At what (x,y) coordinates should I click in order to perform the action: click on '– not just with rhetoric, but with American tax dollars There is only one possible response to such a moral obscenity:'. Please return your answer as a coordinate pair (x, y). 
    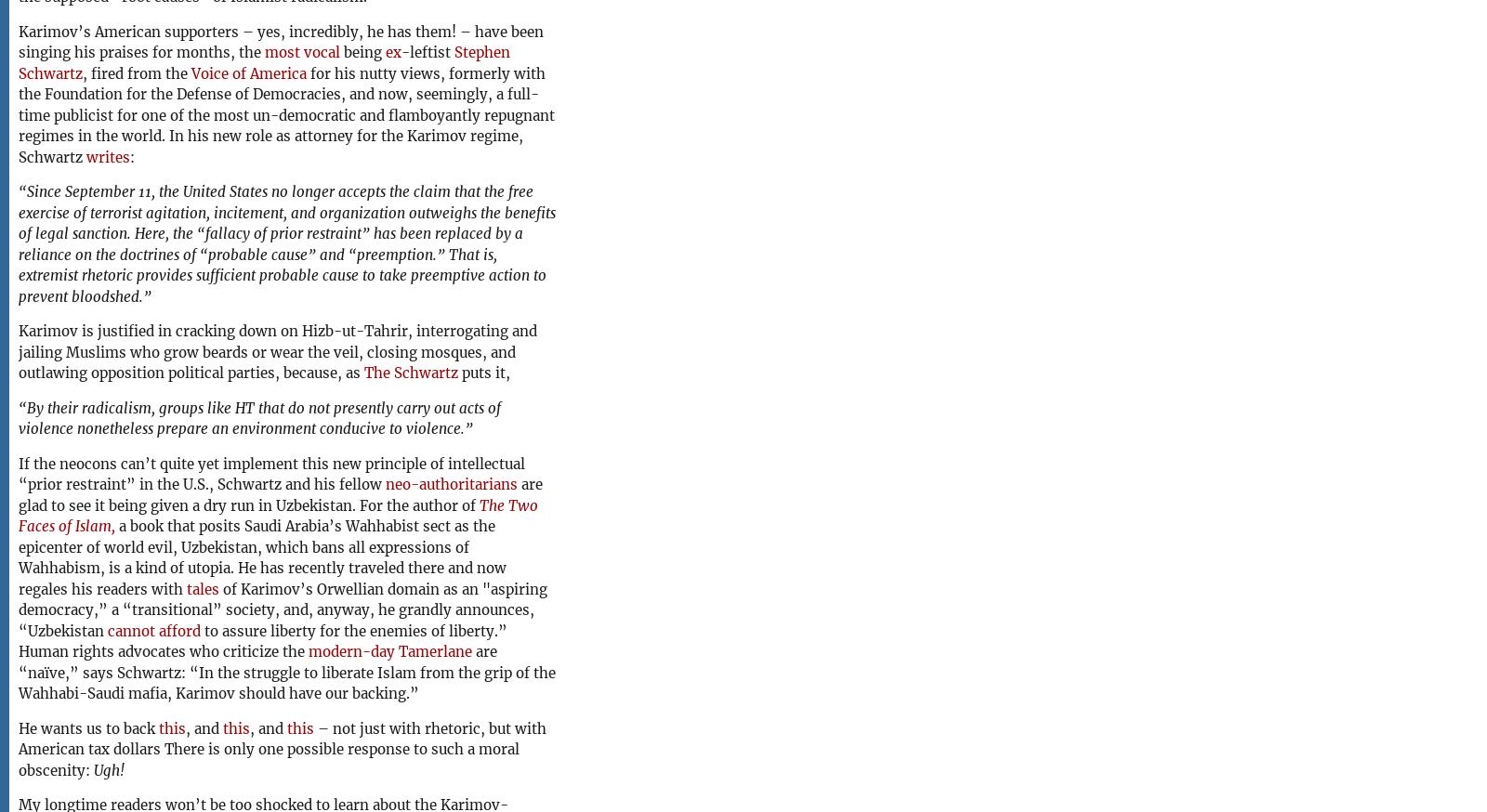
    Looking at the image, I should click on (283, 749).